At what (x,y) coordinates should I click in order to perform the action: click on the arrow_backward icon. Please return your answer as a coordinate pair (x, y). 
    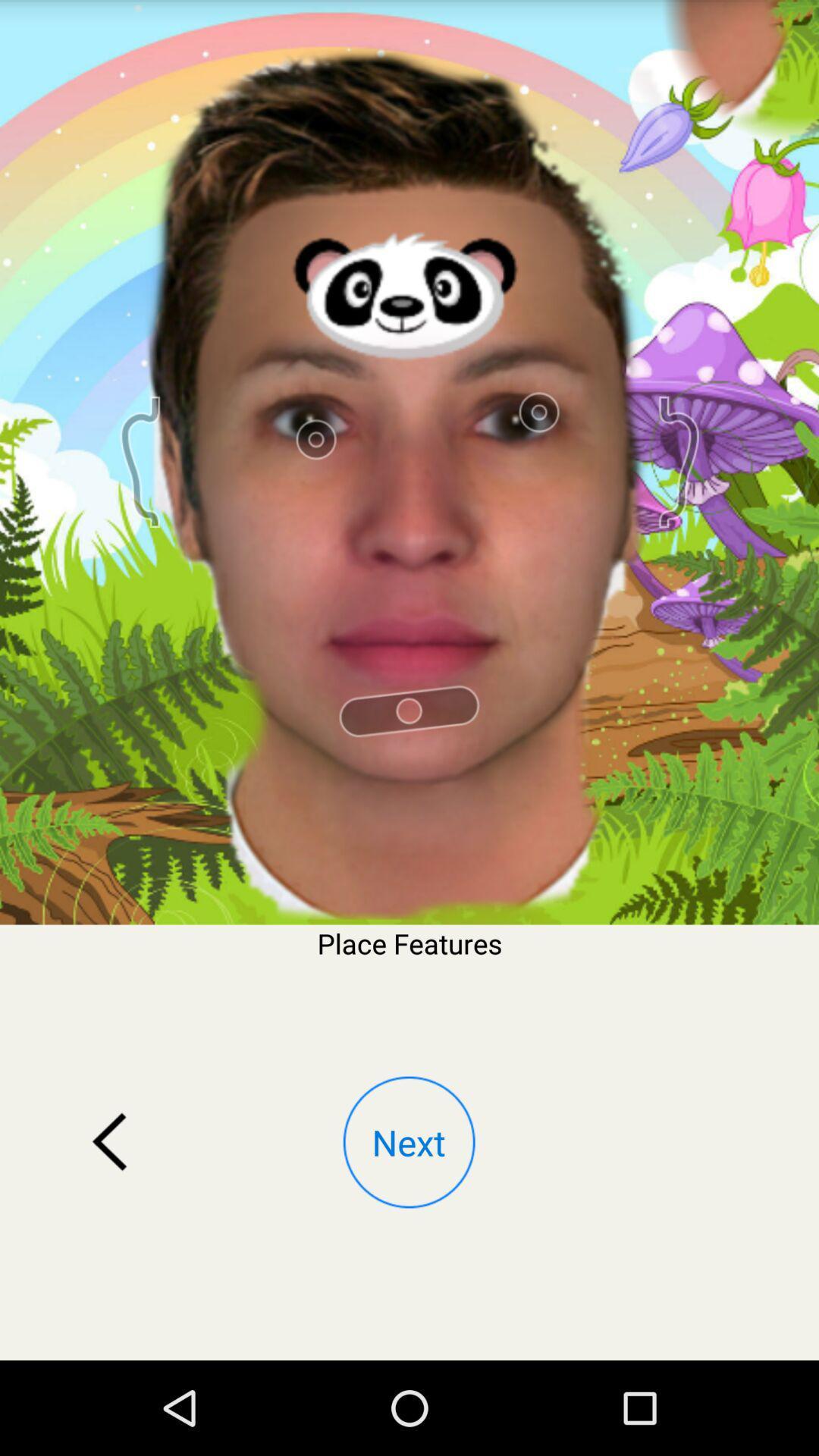
    Looking at the image, I should click on (109, 1222).